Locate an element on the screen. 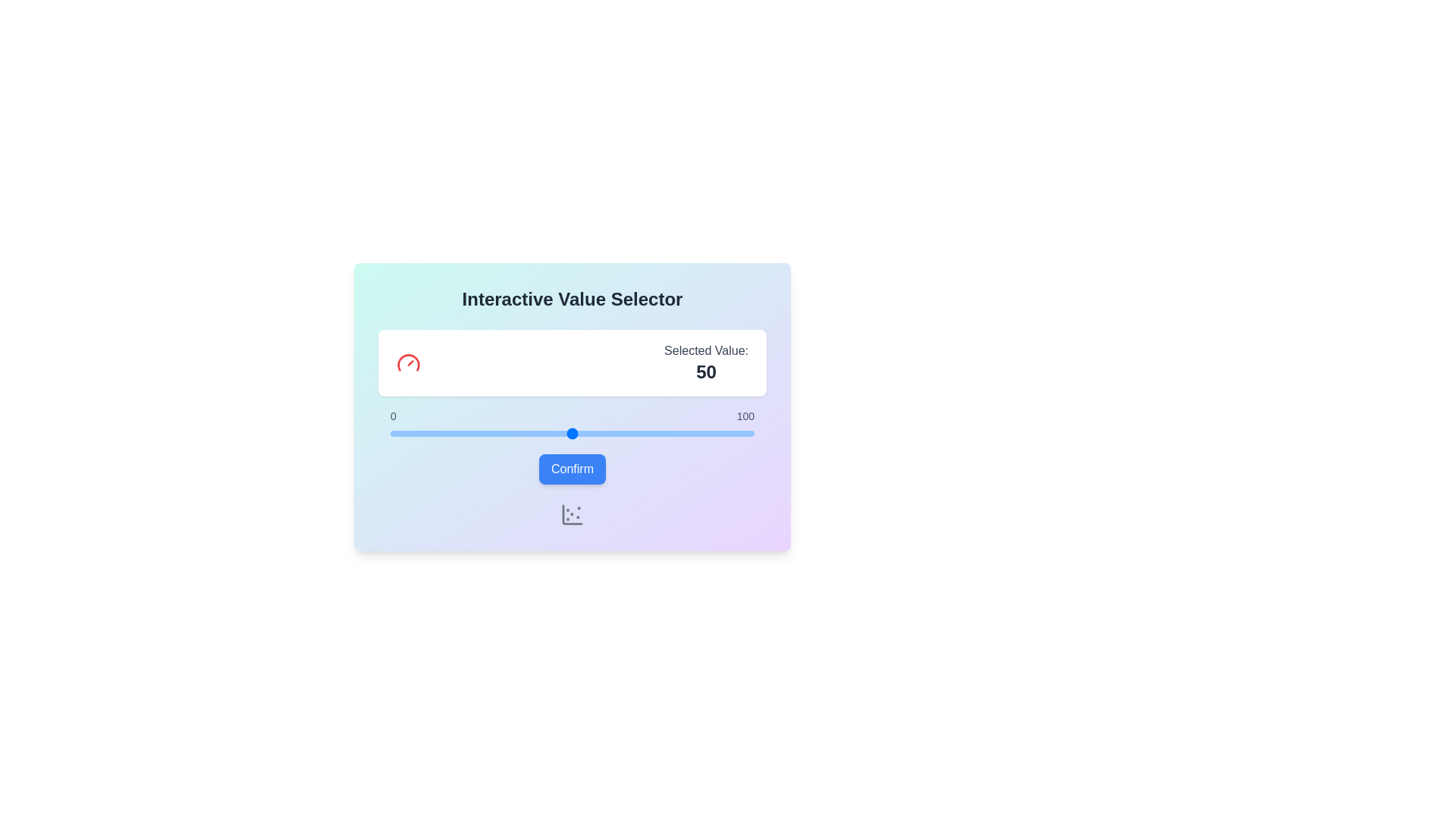  the slider to set the value to 50 is located at coordinates (571, 433).